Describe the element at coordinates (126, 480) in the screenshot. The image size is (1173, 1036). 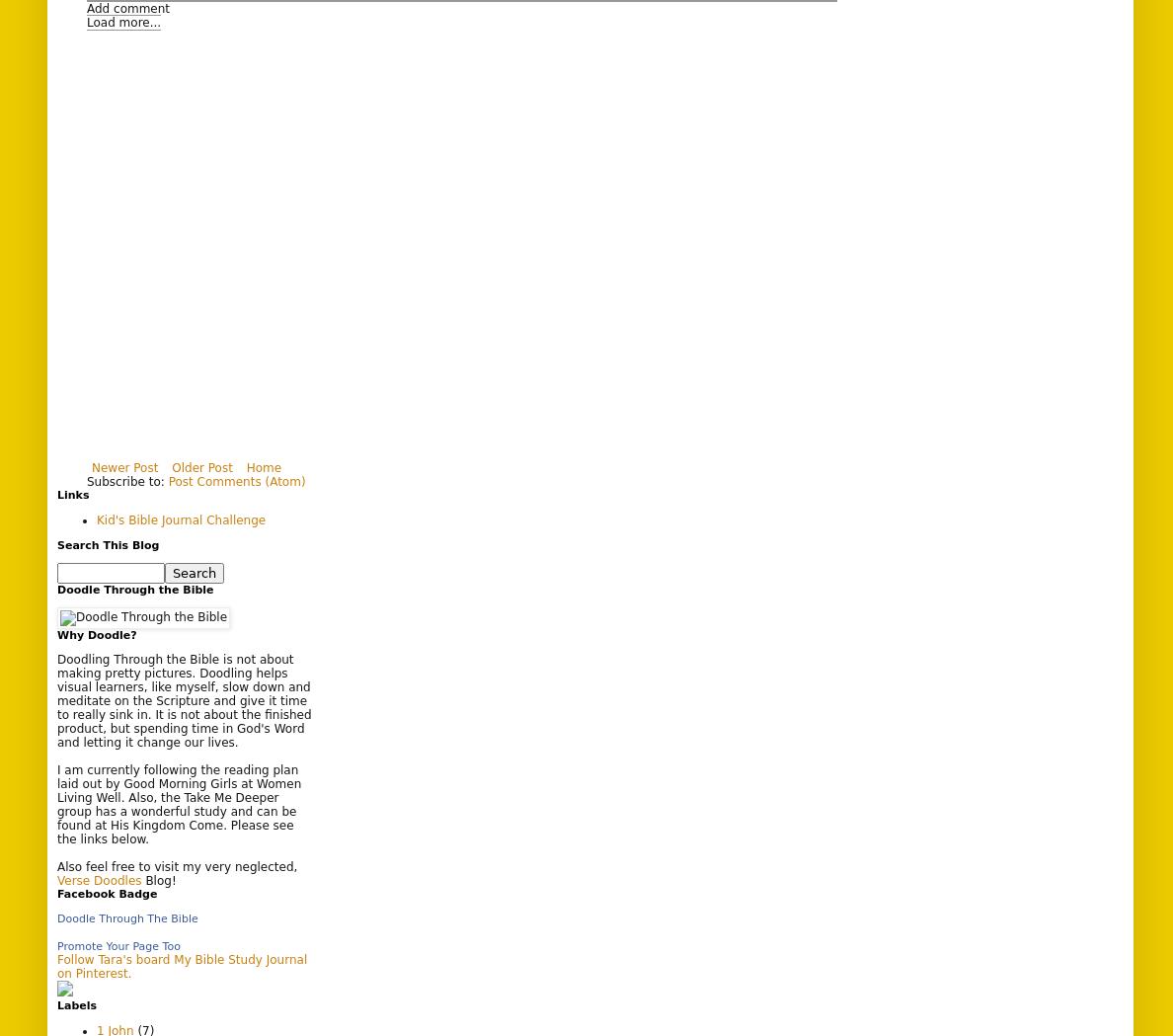
I see `'Subscribe to:'` at that location.